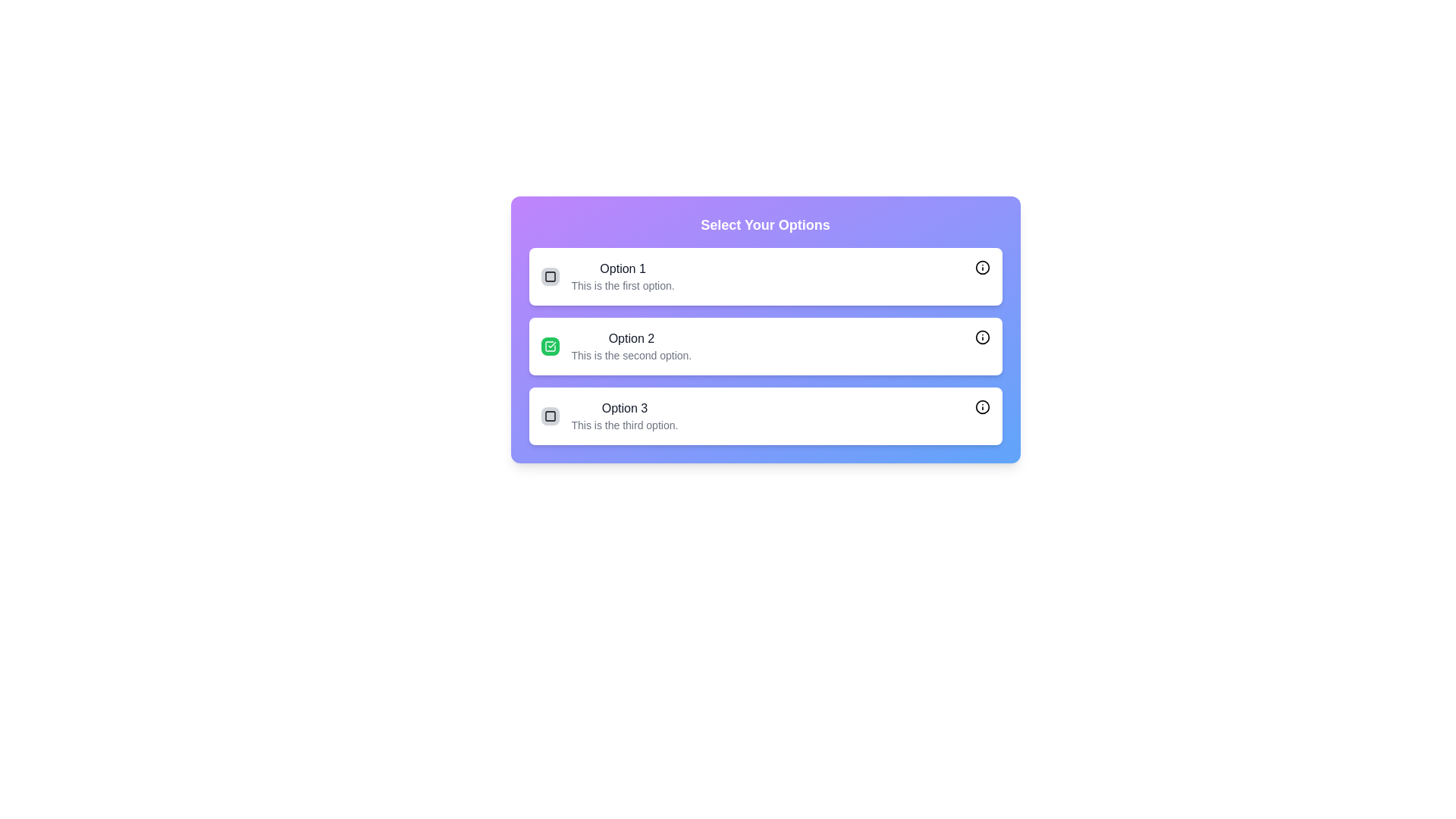 The height and width of the screenshot is (819, 1456). I want to click on the Text Block that presents textual information about the second option in a vertically stacked list, located between 'Option 1' and 'Option 3', so click(631, 346).